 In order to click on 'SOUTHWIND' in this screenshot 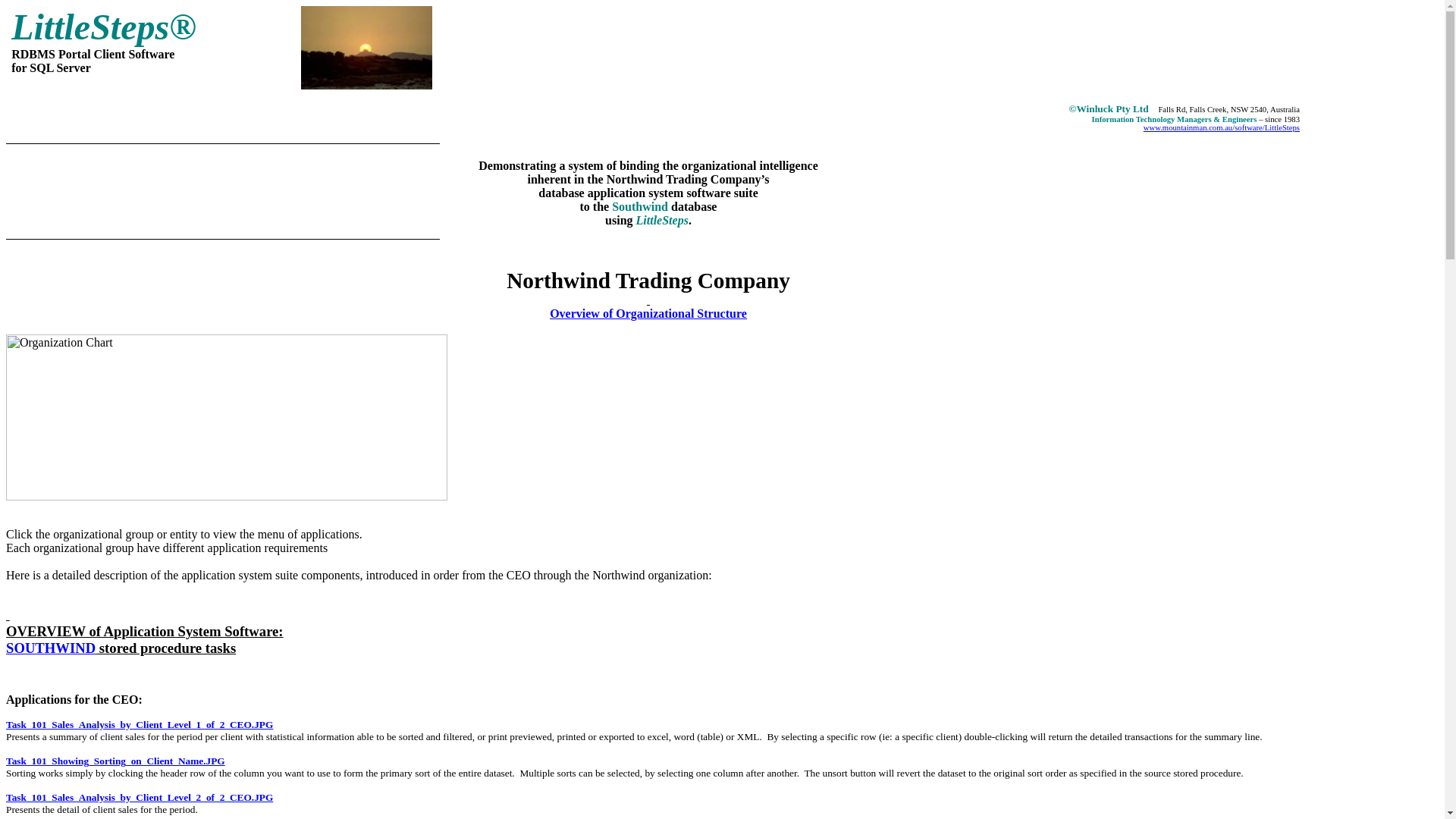, I will do `click(6, 648)`.